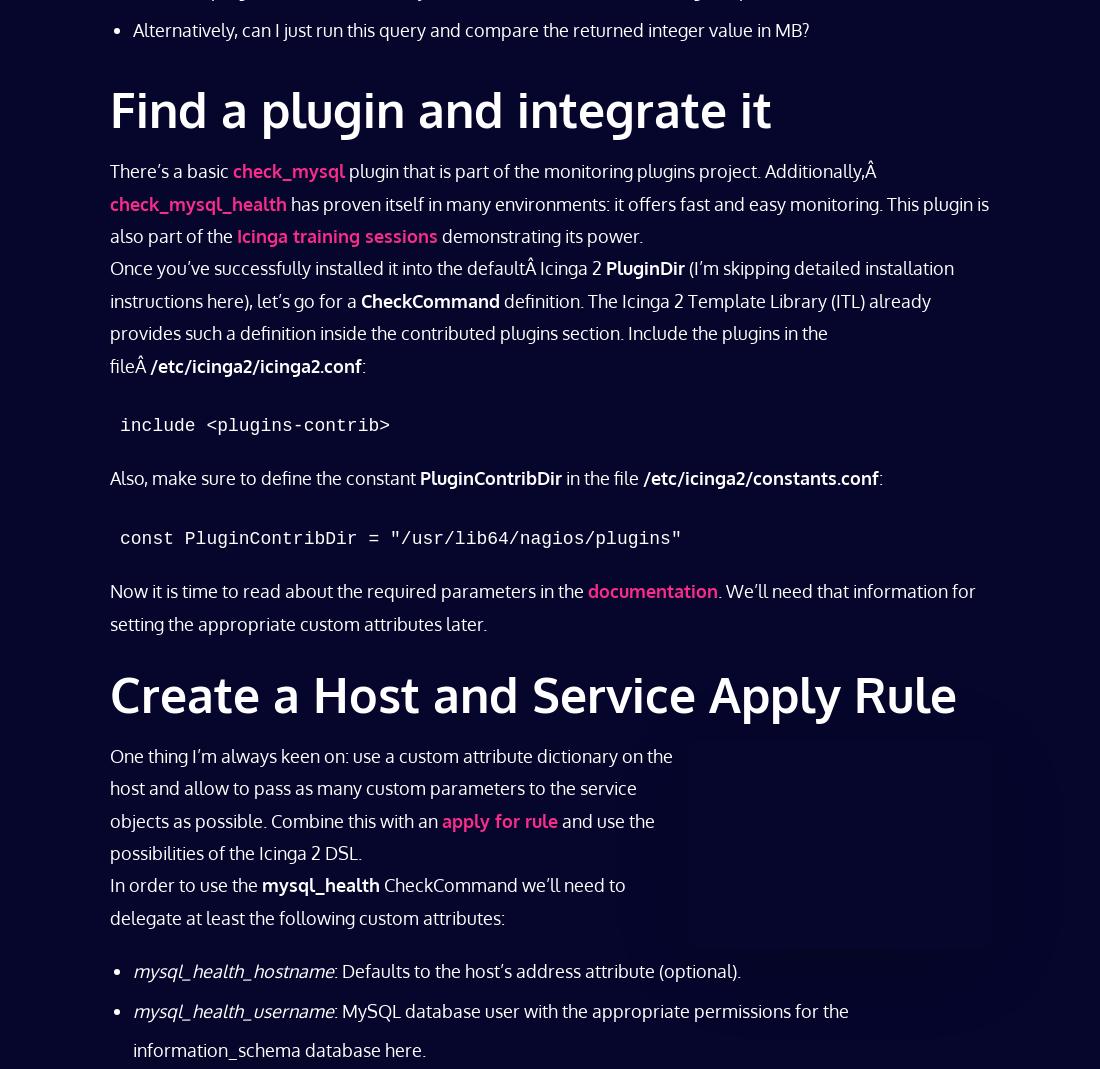 The height and width of the screenshot is (1069, 1100). What do you see at coordinates (336, 235) in the screenshot?
I see `'Icinga training sessions'` at bounding box center [336, 235].